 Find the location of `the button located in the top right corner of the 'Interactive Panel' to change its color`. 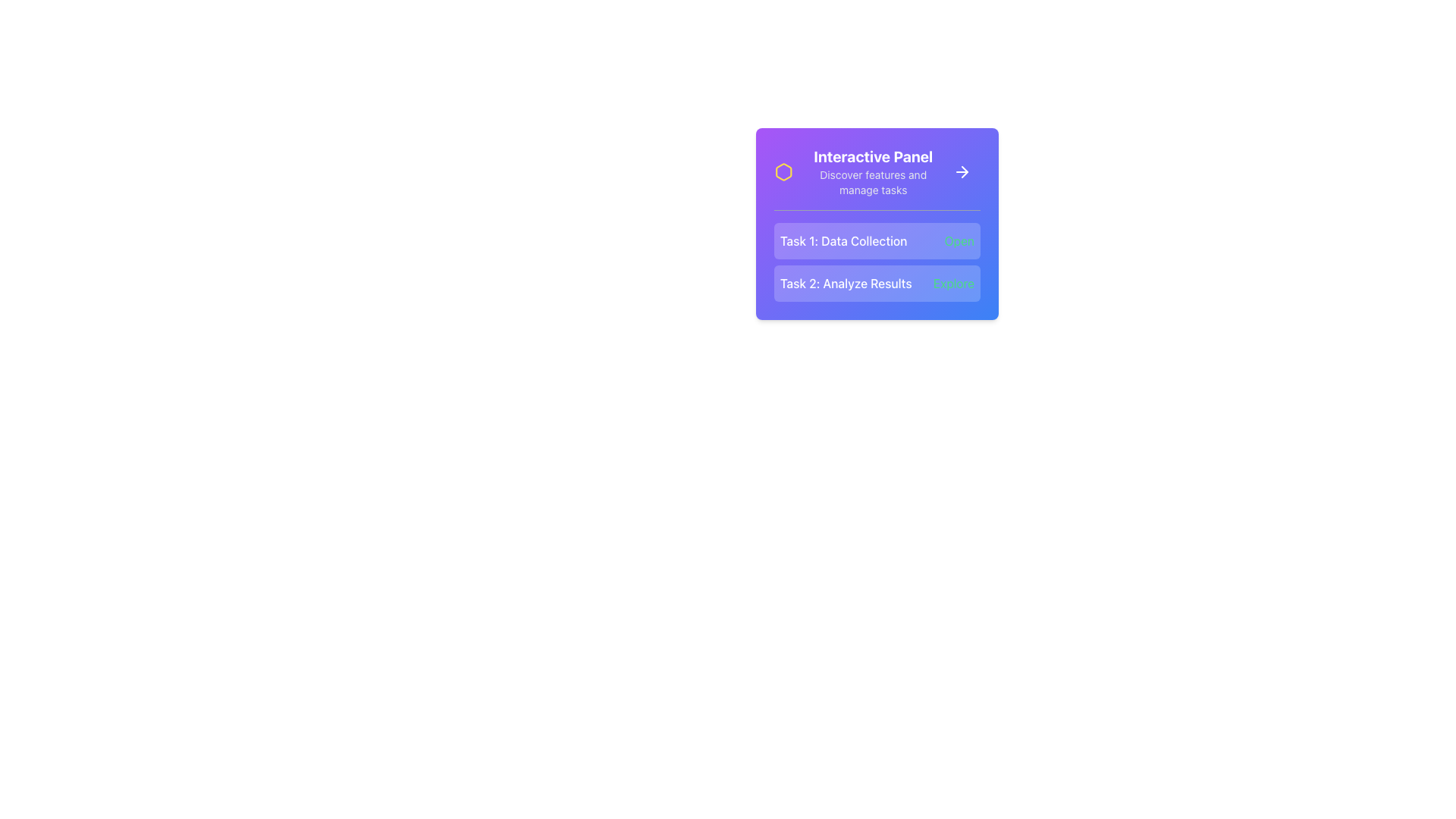

the button located in the top right corner of the 'Interactive Panel' to change its color is located at coordinates (961, 171).